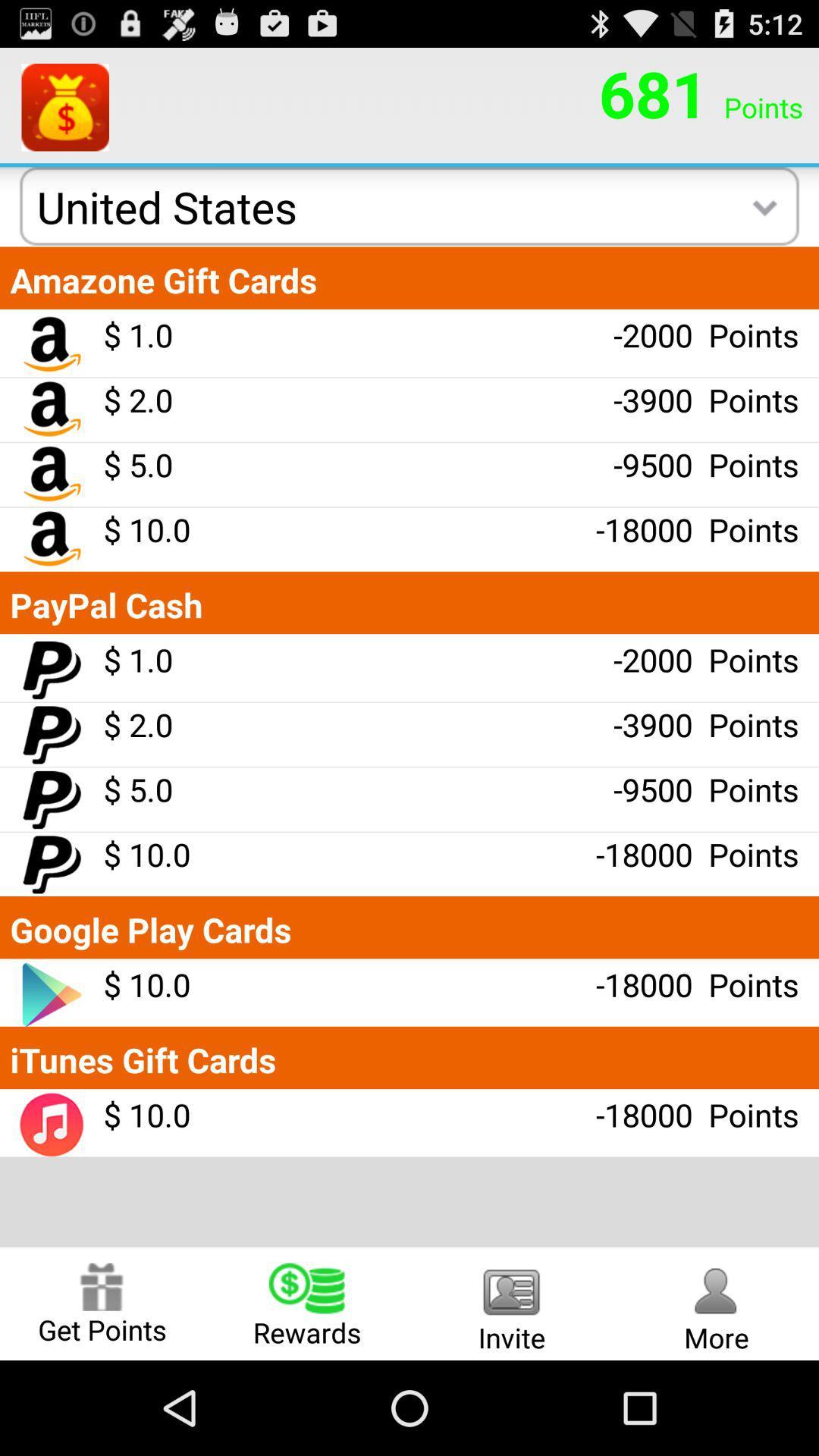 The width and height of the screenshot is (819, 1456). I want to click on the item to the right of the rewards, so click(512, 1303).